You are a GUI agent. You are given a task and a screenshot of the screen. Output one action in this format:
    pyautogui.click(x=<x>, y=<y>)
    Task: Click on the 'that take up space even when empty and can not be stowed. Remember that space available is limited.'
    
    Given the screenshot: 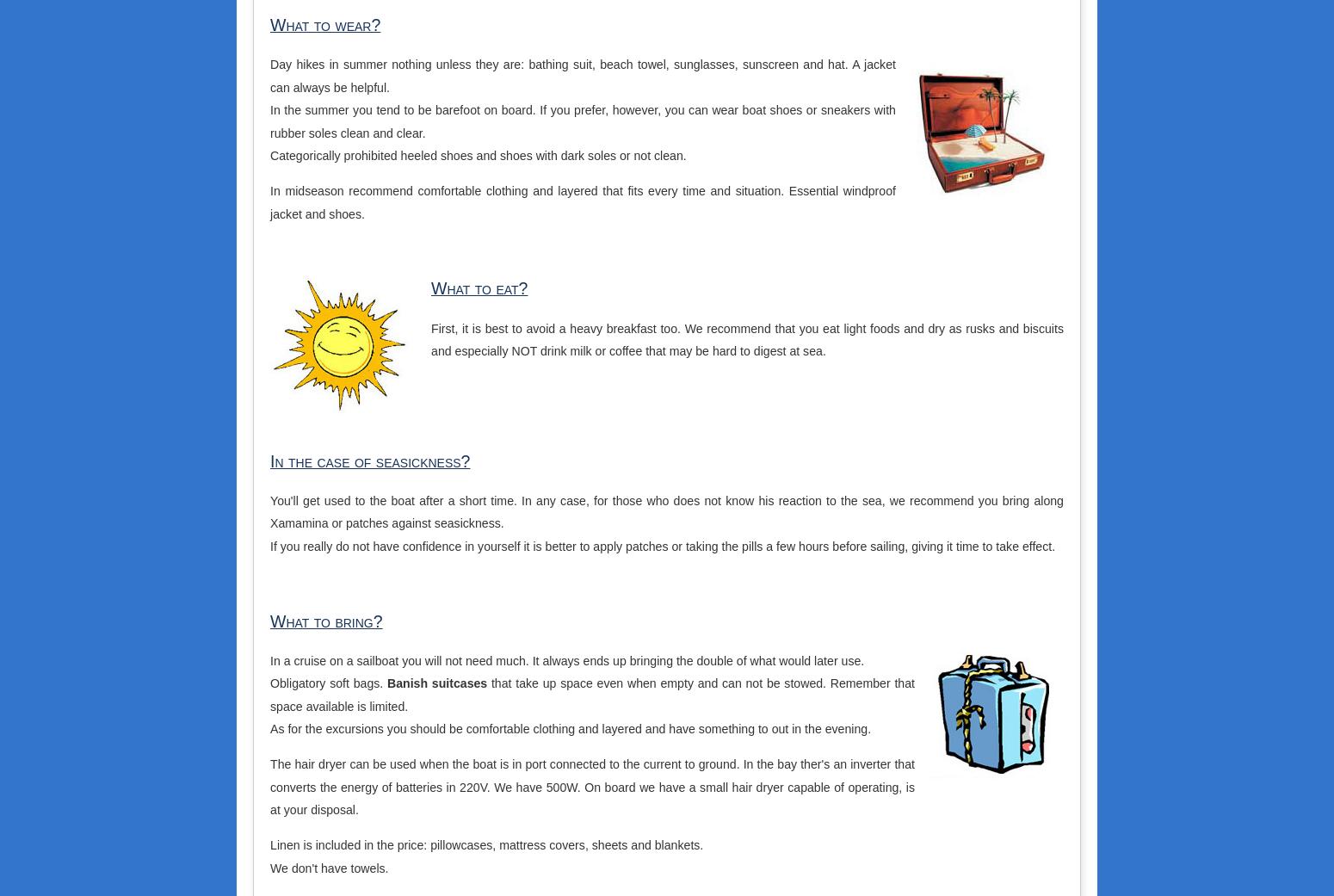 What is the action you would take?
    pyautogui.click(x=591, y=694)
    